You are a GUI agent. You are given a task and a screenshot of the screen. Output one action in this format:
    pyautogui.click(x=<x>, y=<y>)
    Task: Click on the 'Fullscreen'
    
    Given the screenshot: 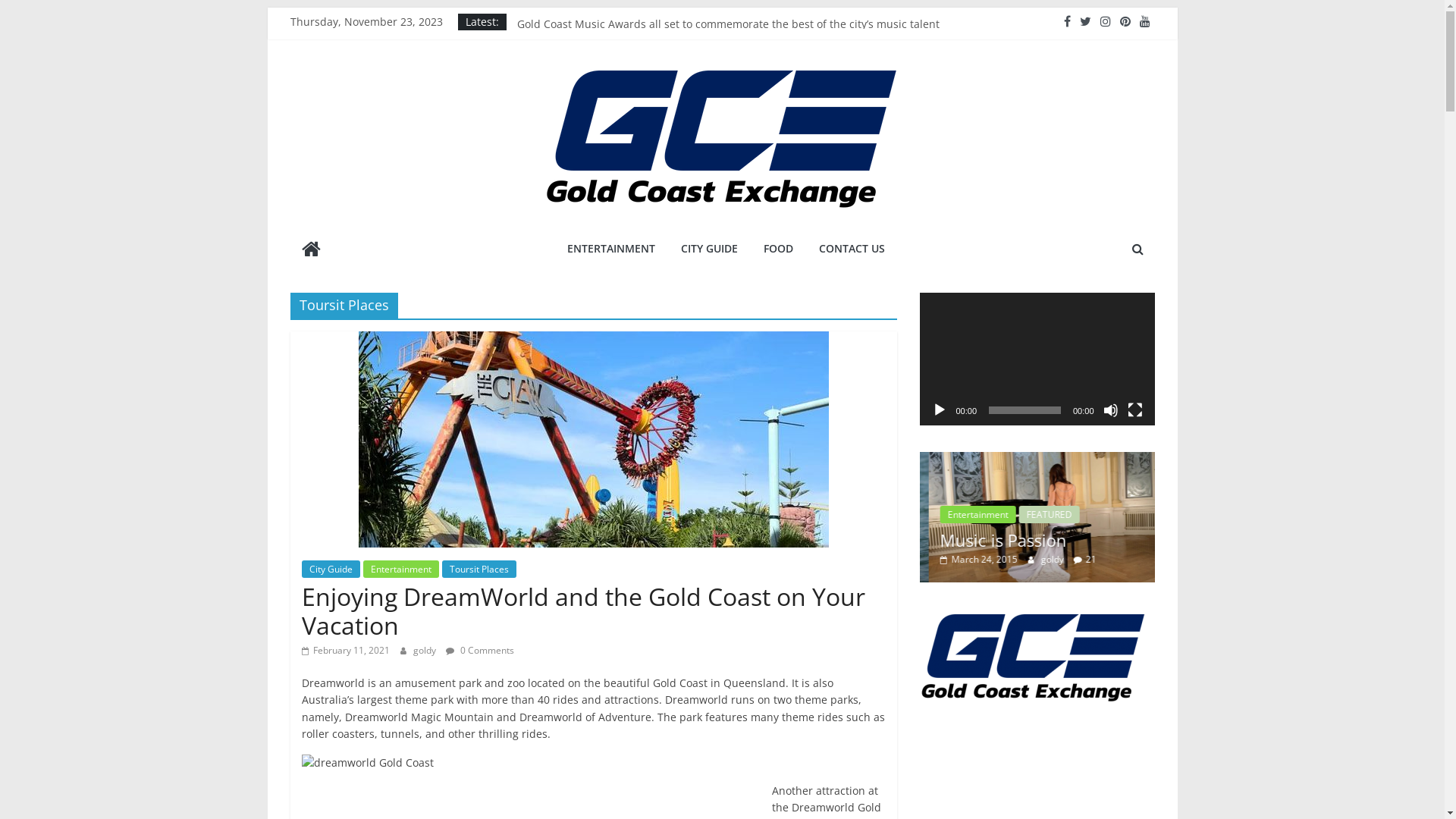 What is the action you would take?
    pyautogui.click(x=1134, y=409)
    